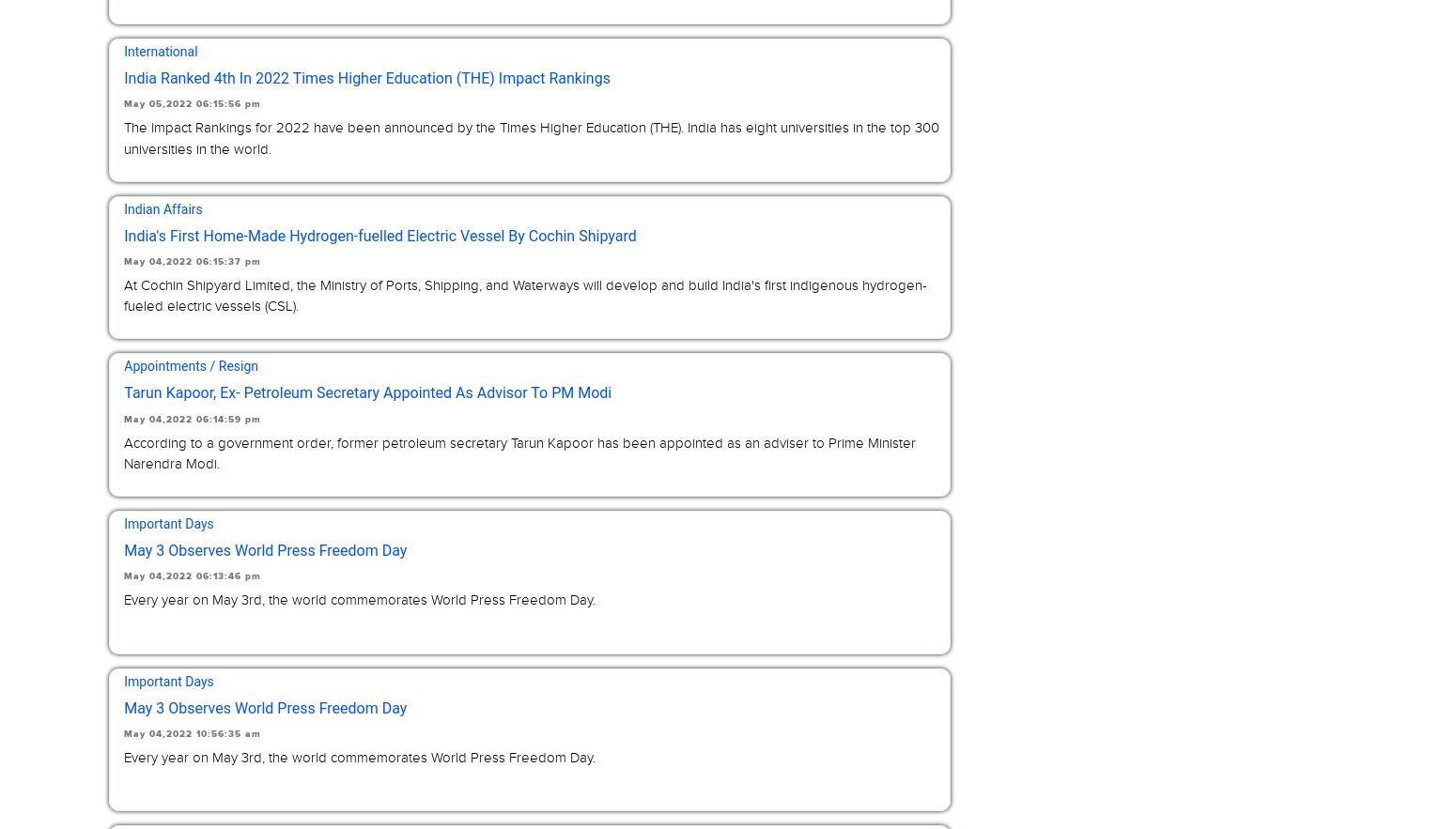 The height and width of the screenshot is (829, 1456). What do you see at coordinates (367, 392) in the screenshot?
I see `'Tarun Kapoor, Ex- Petroleum Secretary Appointed As Advisor To PM Modi'` at bounding box center [367, 392].